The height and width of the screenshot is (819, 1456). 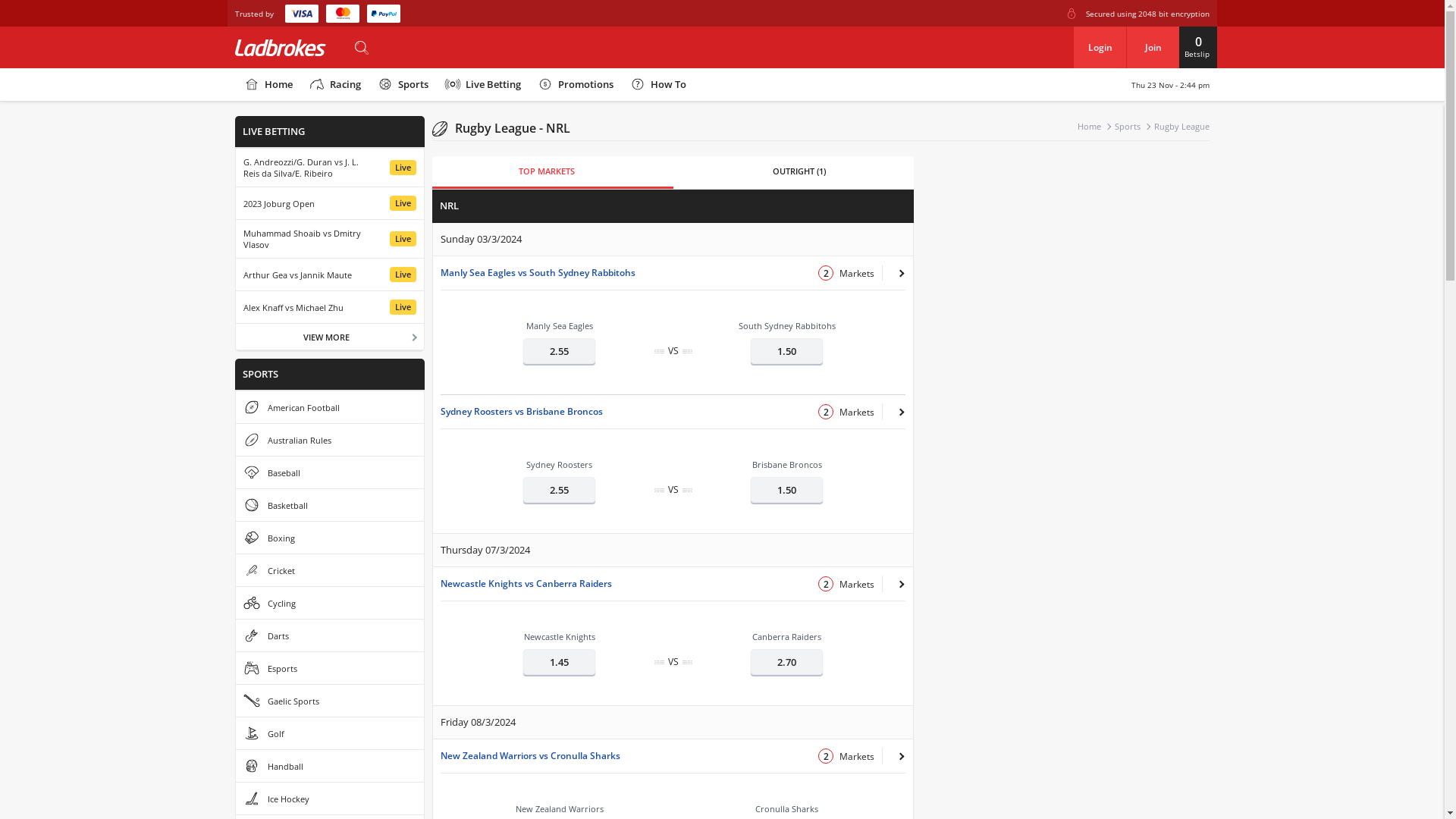 I want to click on 'Handball', so click(x=329, y=766).